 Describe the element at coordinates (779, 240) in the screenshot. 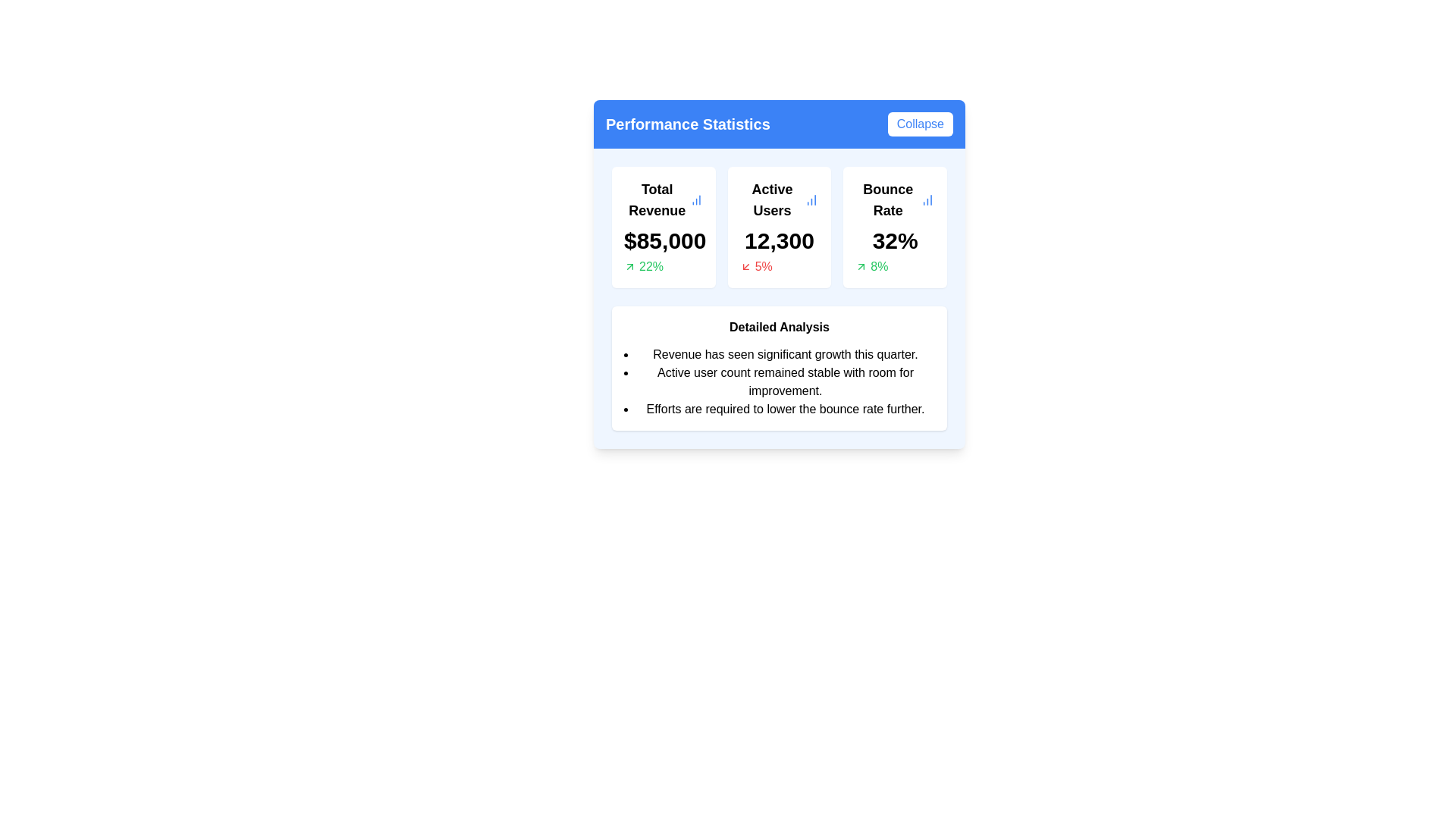

I see `value from the 'Active Users' text label, which displays the number of active users in the dashboard, located in the middle column under the 'Performance Statistics' banner` at that location.